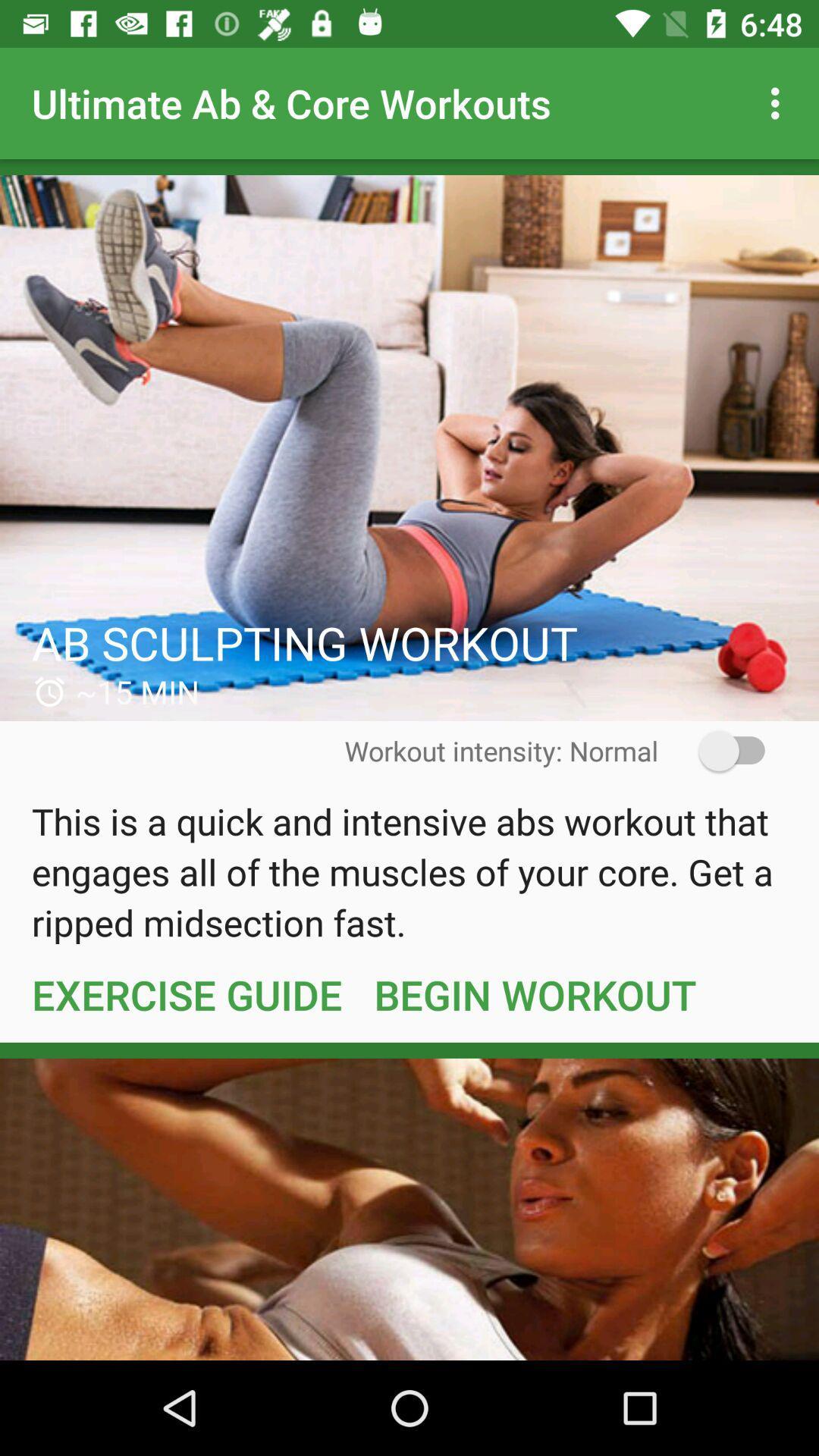 This screenshot has height=1456, width=819. Describe the element at coordinates (409, 447) in the screenshot. I see `open article` at that location.